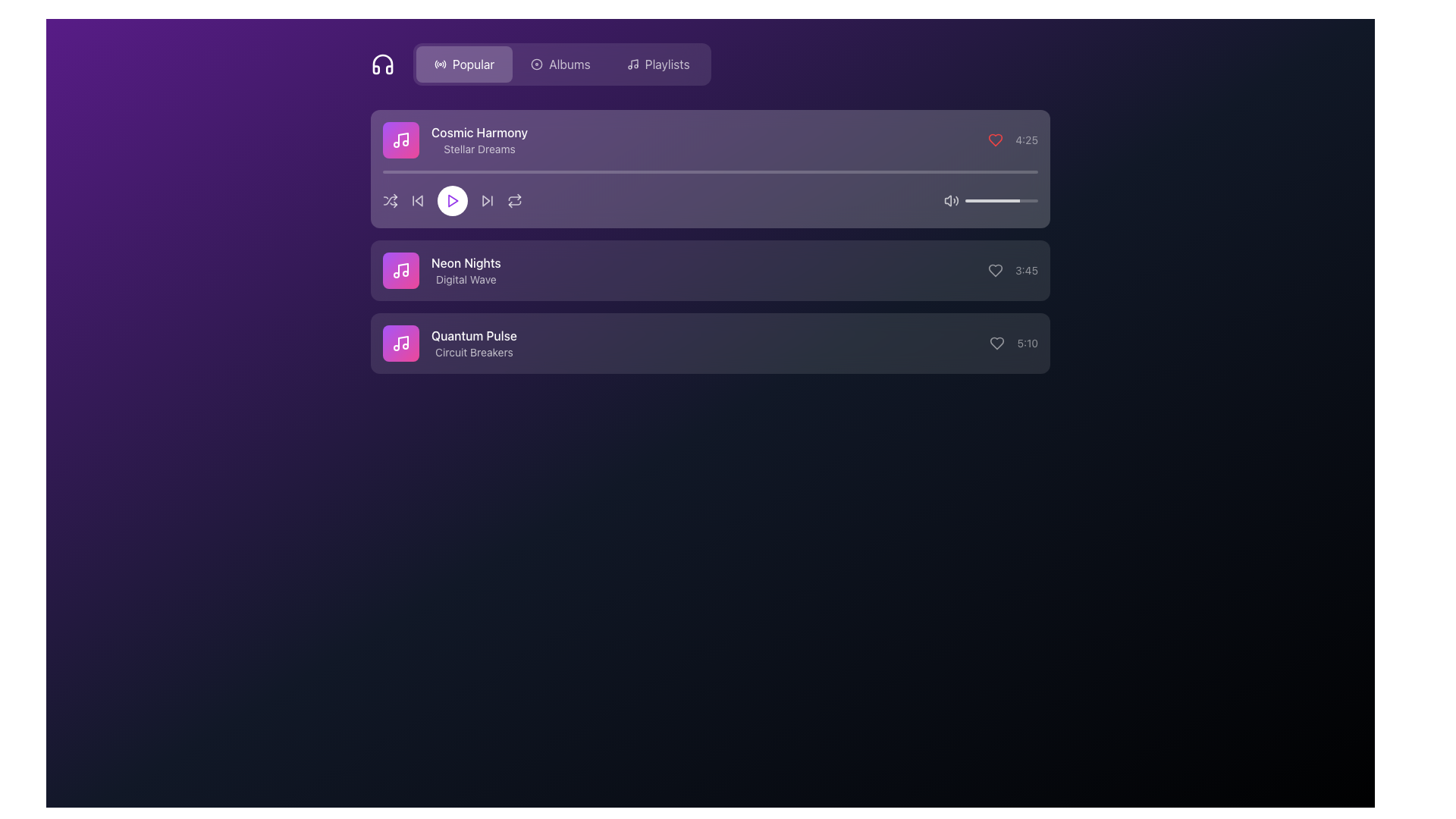  I want to click on the slider, so click(1001, 200).